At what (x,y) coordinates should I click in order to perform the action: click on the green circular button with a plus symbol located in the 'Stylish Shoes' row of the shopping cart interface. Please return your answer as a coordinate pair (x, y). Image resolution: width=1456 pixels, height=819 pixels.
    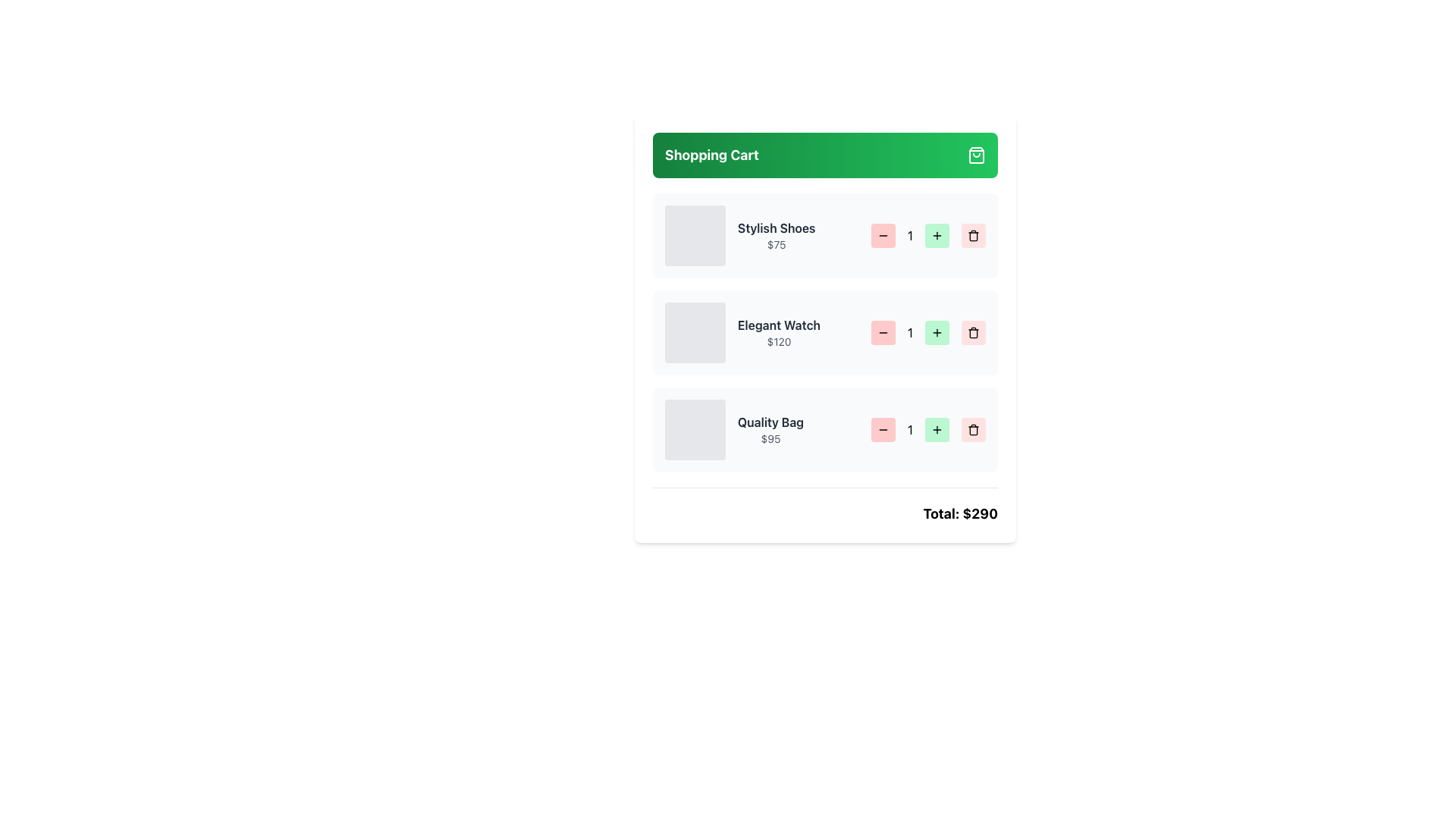
    Looking at the image, I should click on (937, 236).